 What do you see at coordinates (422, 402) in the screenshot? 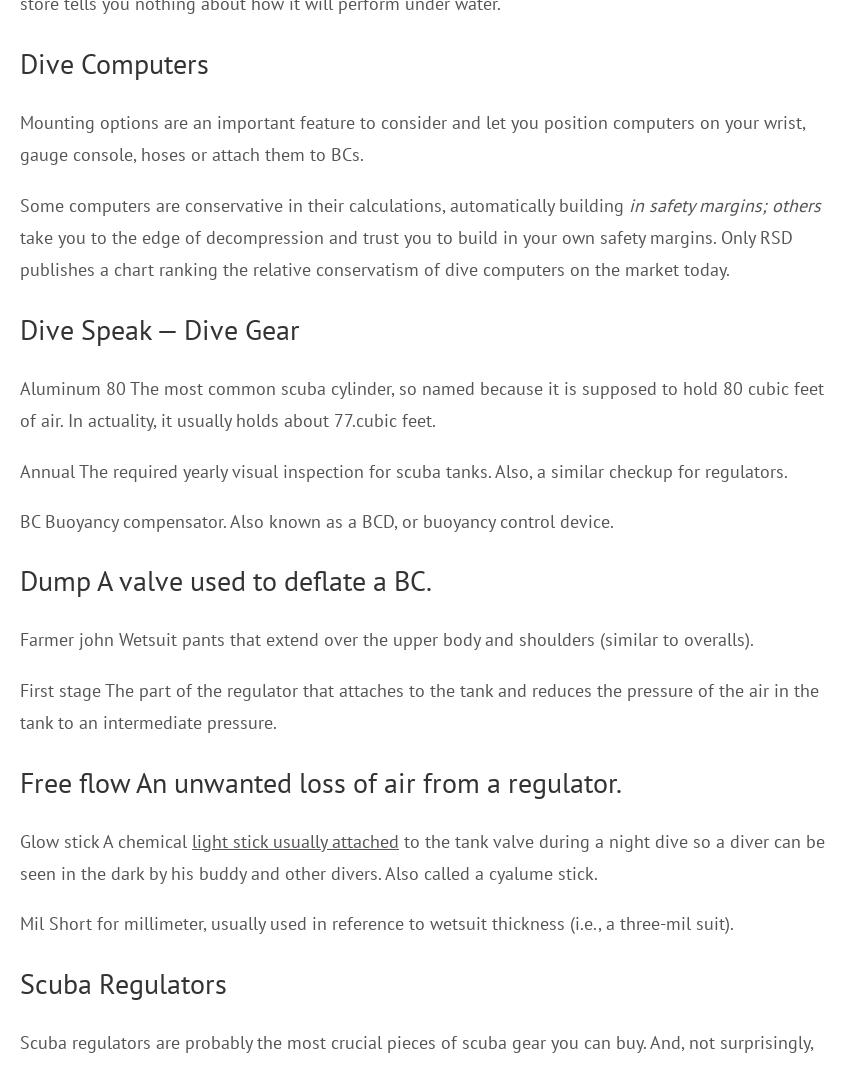
I see `'Aluminum 80 The most common scuba cylinder, so named because it is supposed to hold 80 cubic feet of air. In actuality, it usually holds about 77.cubic feet.'` at bounding box center [422, 402].